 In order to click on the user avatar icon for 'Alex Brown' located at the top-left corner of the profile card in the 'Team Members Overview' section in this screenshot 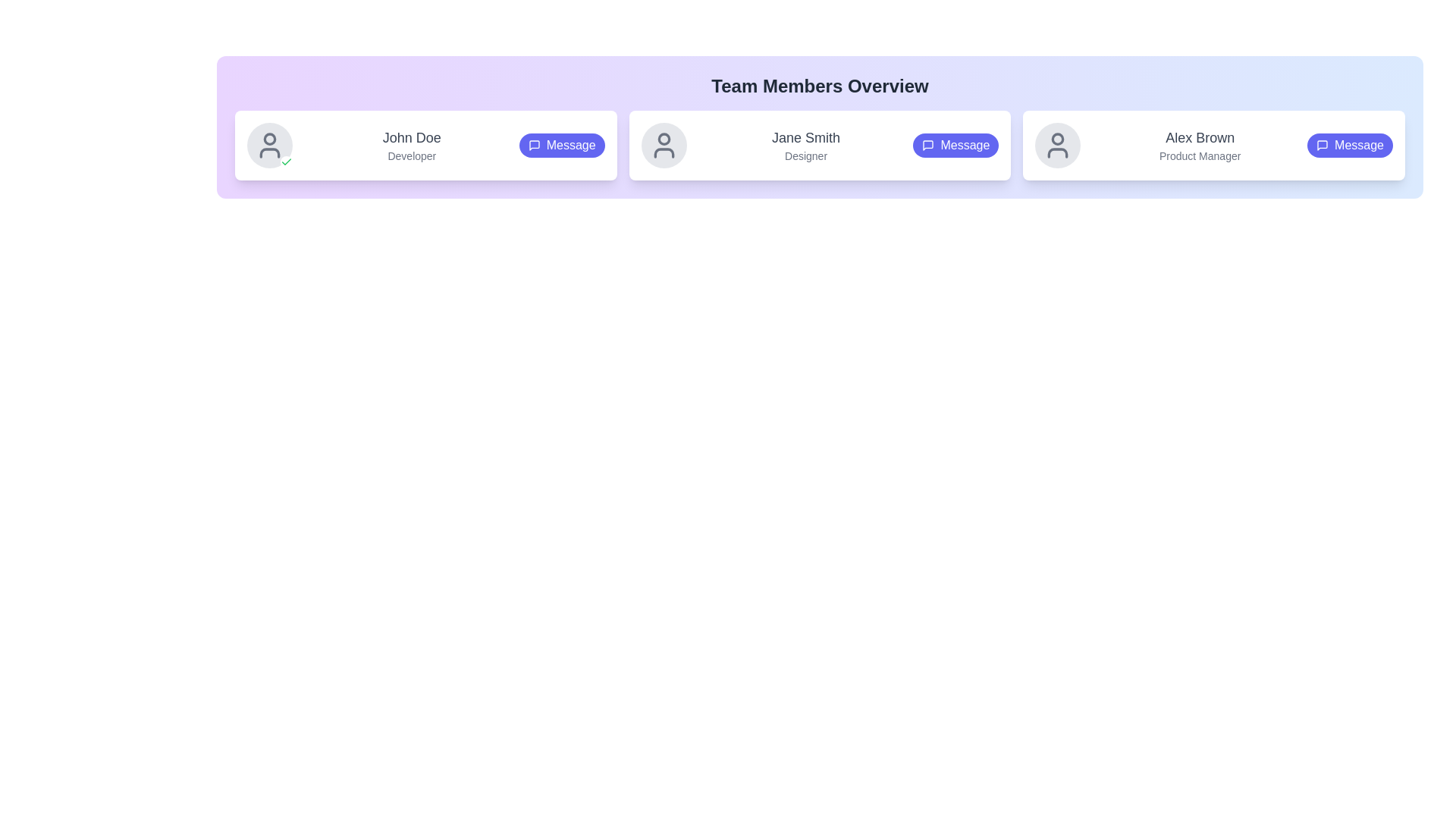, I will do `click(1057, 146)`.